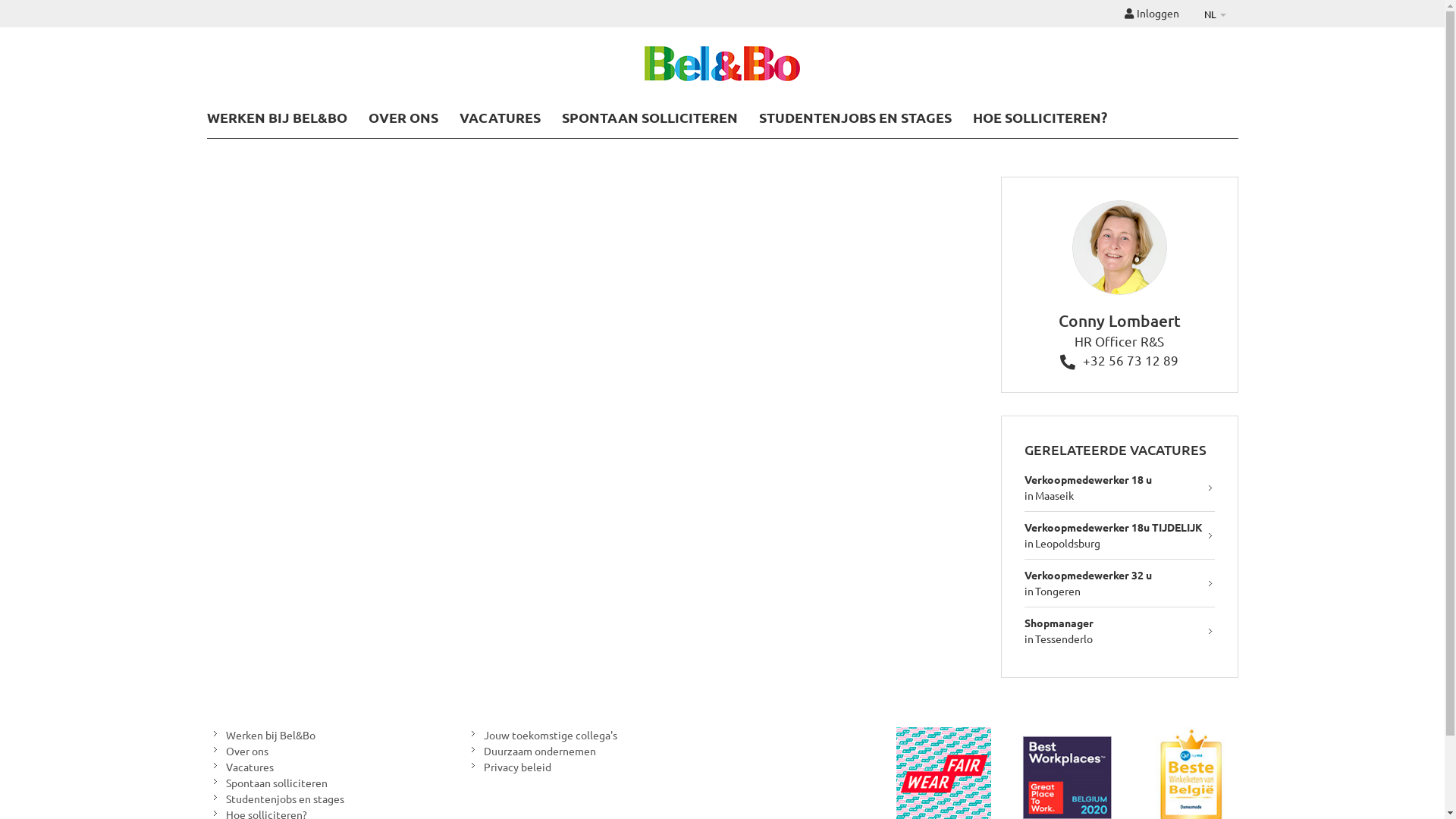  What do you see at coordinates (1038, 116) in the screenshot?
I see `'HOE SOLLICITEREN?'` at bounding box center [1038, 116].